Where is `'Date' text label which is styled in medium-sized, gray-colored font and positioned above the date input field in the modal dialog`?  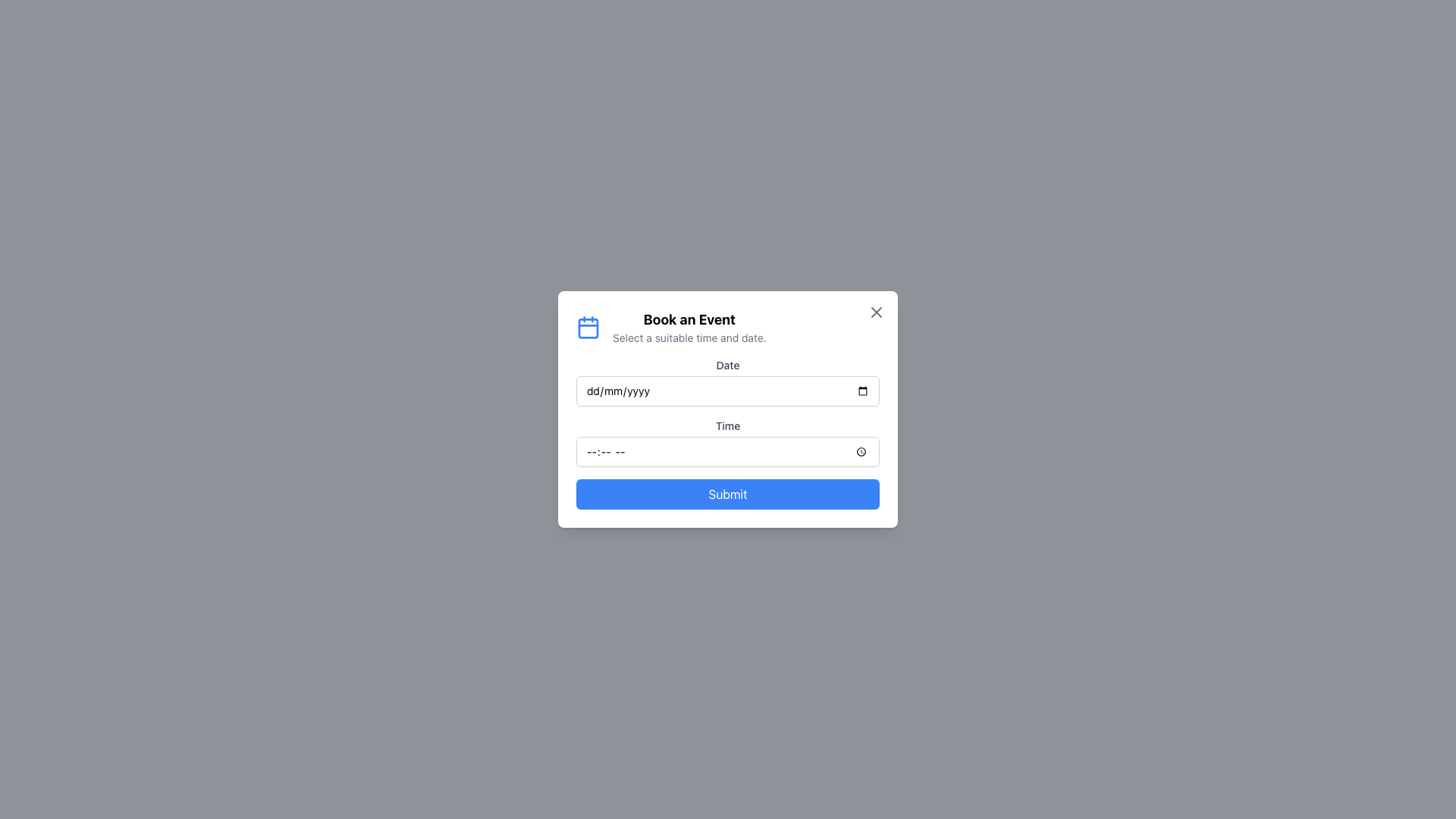
'Date' text label which is styled in medium-sized, gray-colored font and positioned above the date input field in the modal dialog is located at coordinates (728, 366).